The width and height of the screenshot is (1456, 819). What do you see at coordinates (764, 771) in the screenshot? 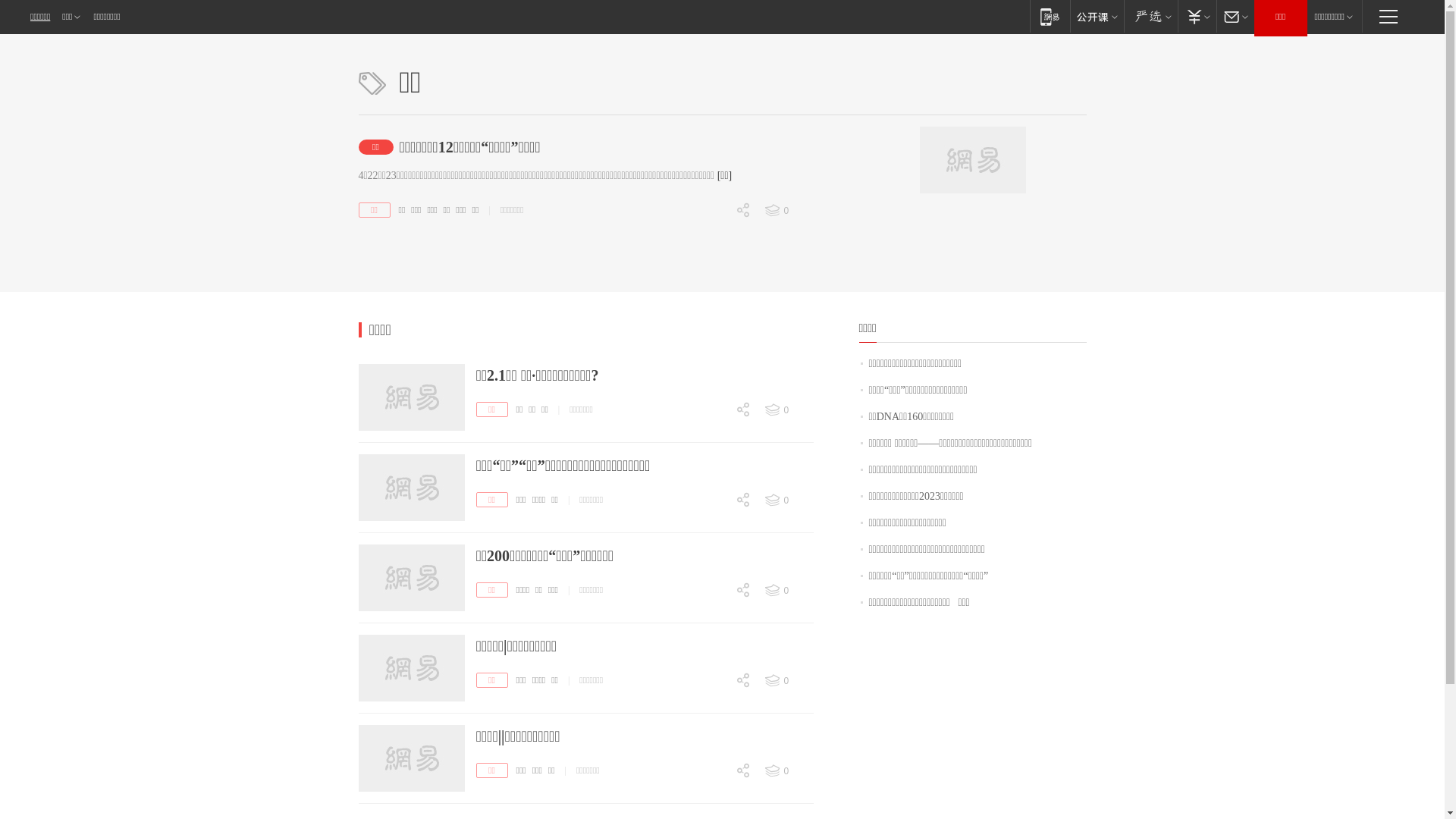
I see `'0'` at bounding box center [764, 771].